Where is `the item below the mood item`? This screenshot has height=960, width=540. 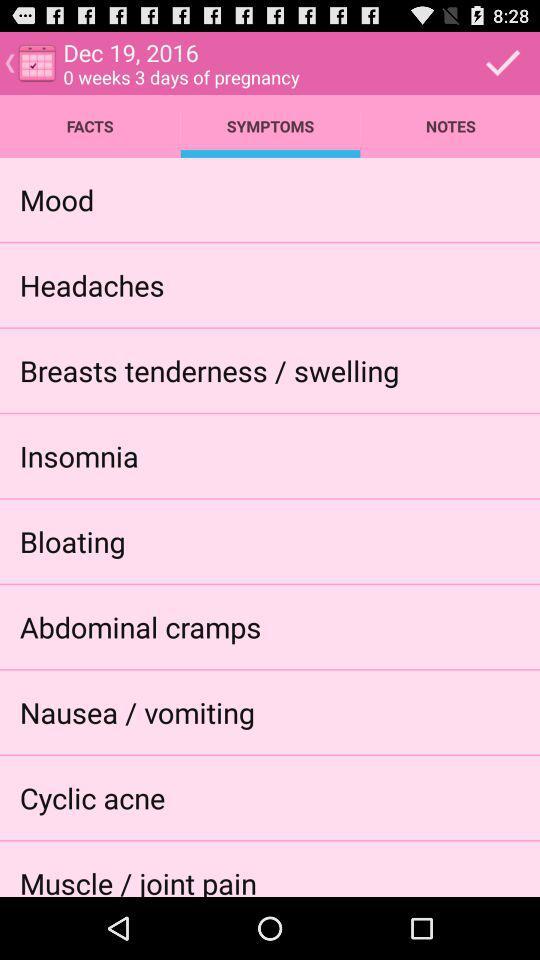 the item below the mood item is located at coordinates (91, 283).